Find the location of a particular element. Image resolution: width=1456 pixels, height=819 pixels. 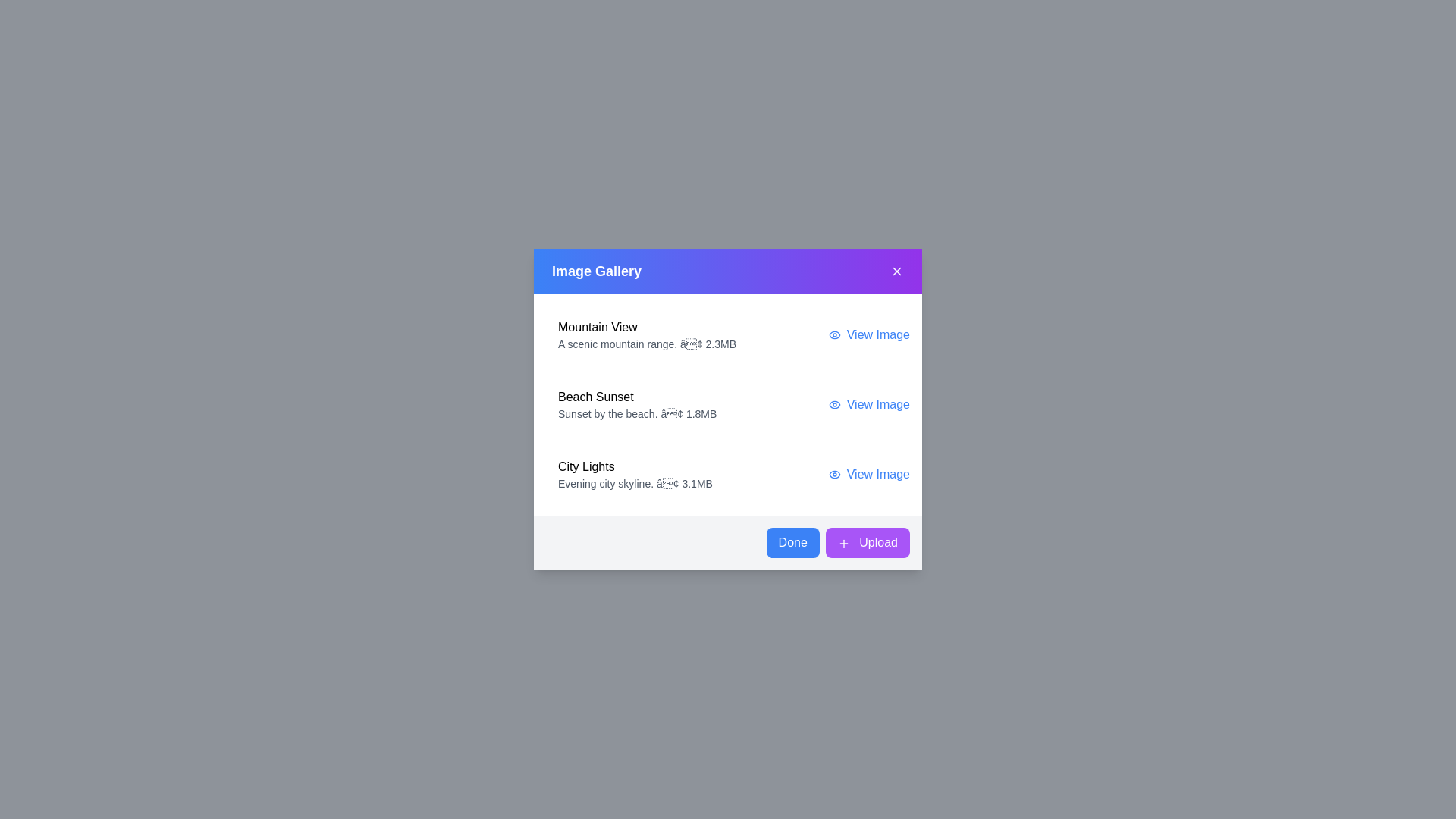

the 'View Image' link for the image titled 'Beach Sunset' is located at coordinates (869, 403).